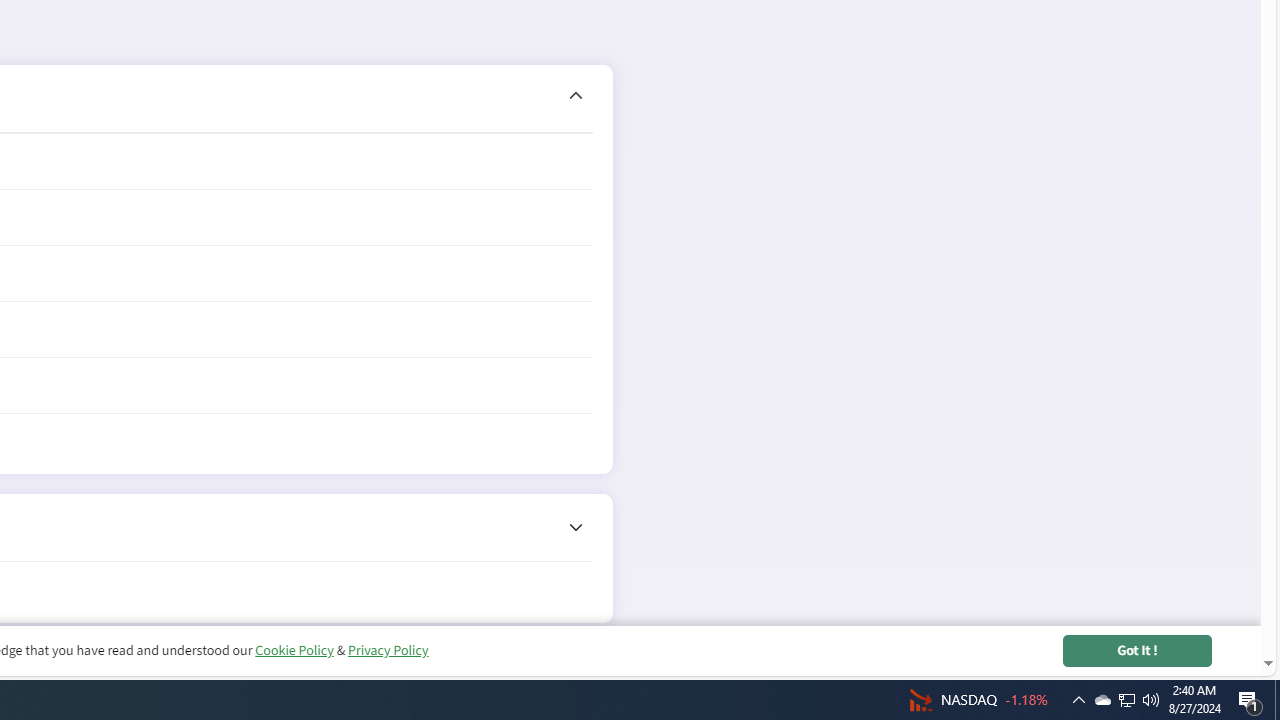 The width and height of the screenshot is (1280, 720). Describe the element at coordinates (387, 650) in the screenshot. I see `'Privacy Policy'` at that location.